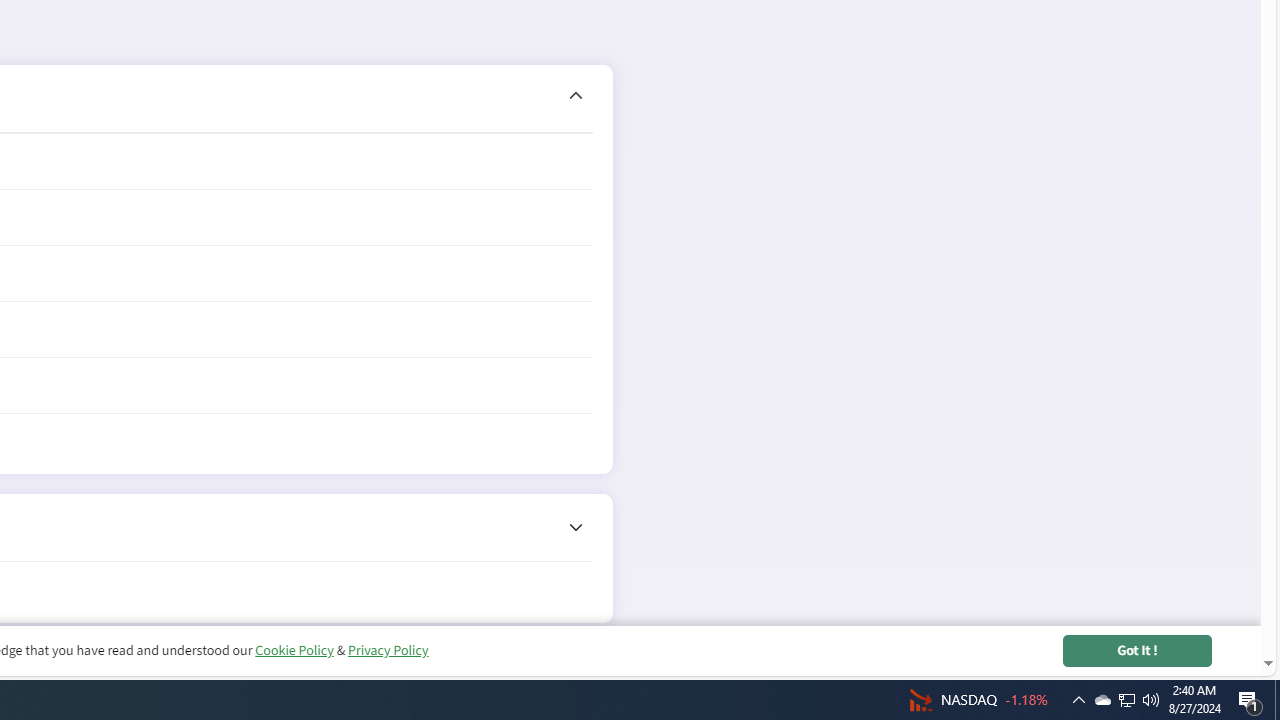 The width and height of the screenshot is (1280, 720). Describe the element at coordinates (387, 650) in the screenshot. I see `'Privacy Policy'` at that location.